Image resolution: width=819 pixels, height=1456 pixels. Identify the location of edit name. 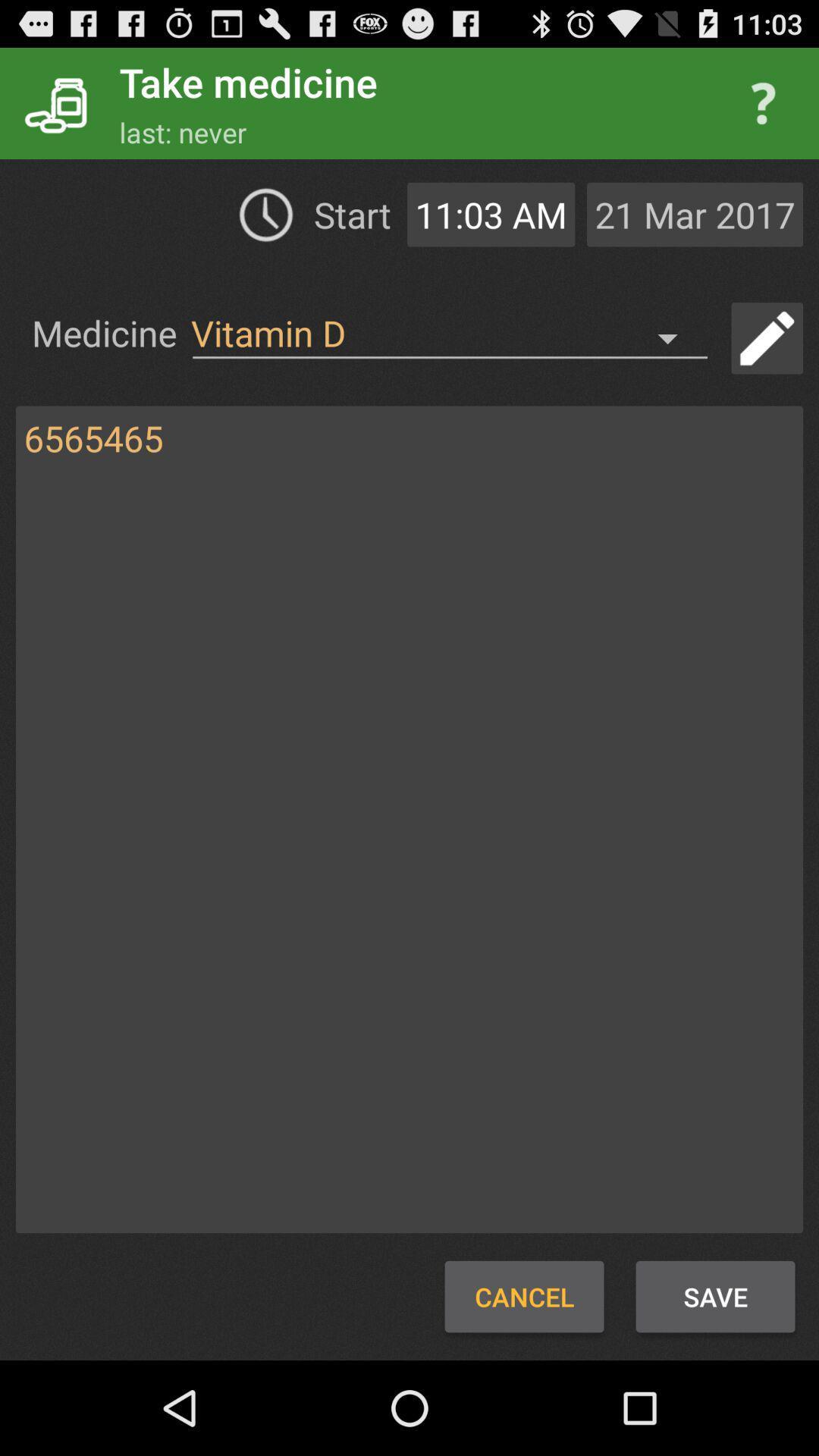
(767, 337).